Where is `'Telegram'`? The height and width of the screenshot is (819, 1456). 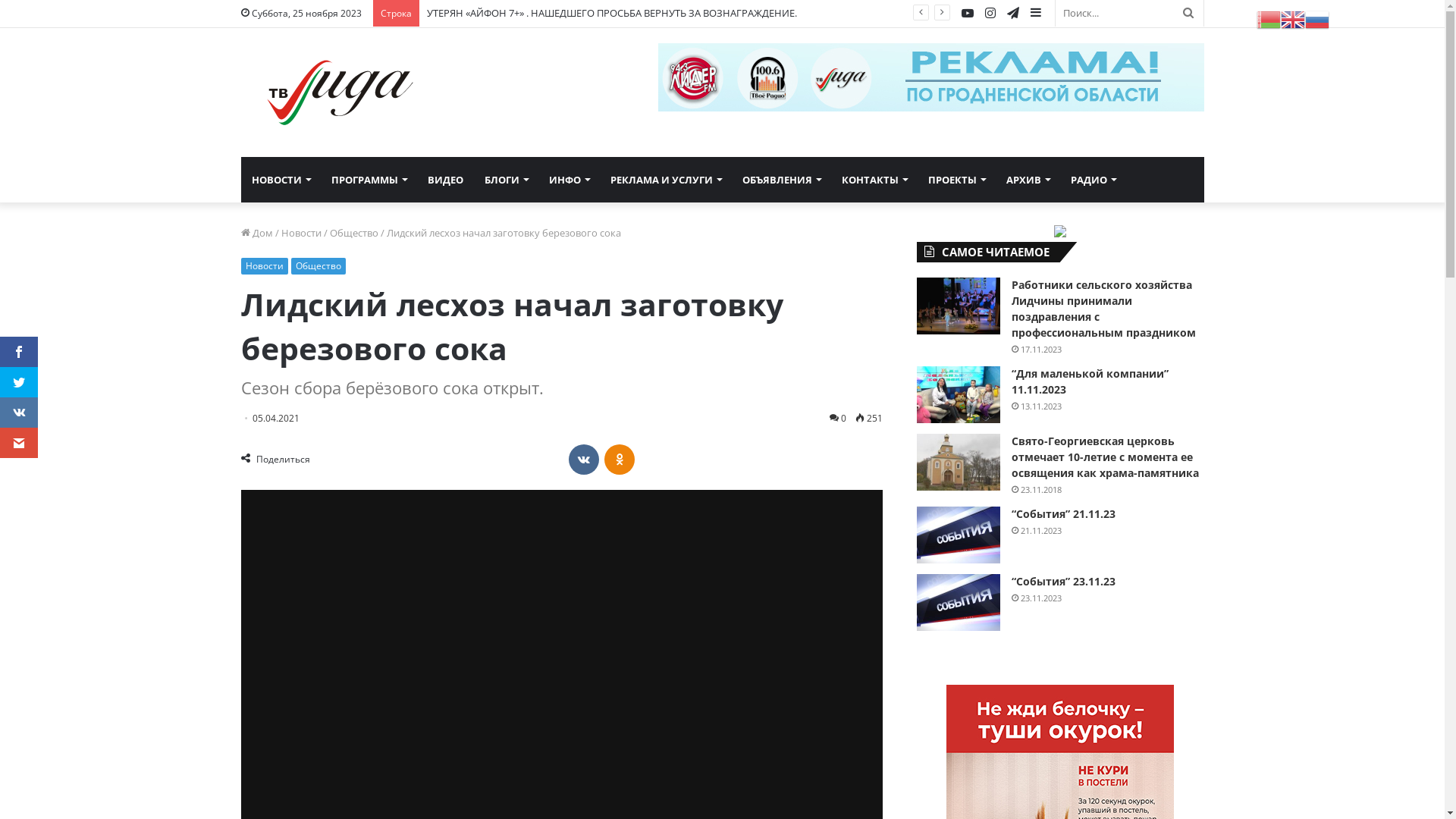
'Telegram' is located at coordinates (1012, 14).